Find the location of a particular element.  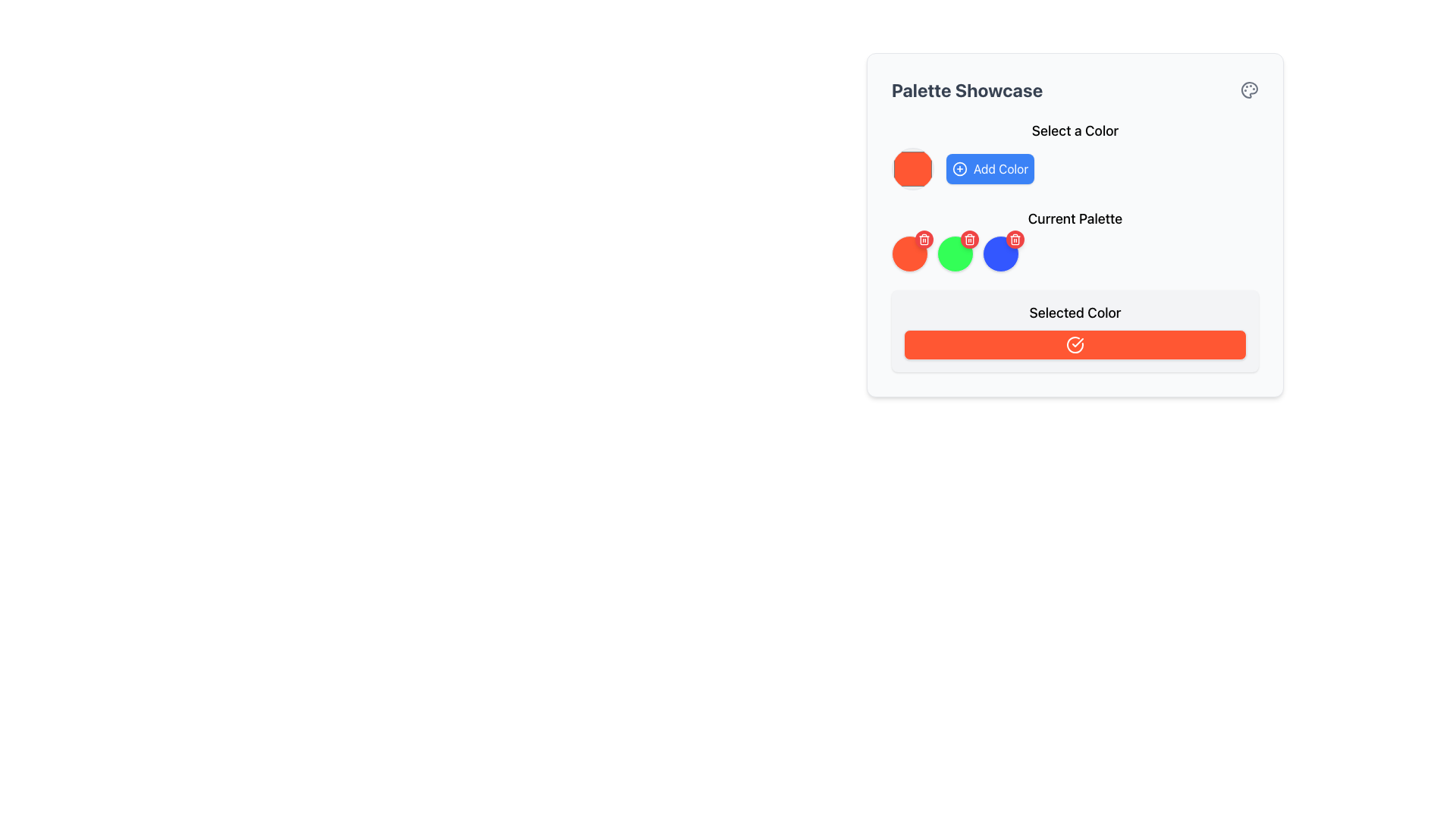

the circular graphical outline within the vector-based icon, which is part of a group of components near the 'Add Color' button in the top right of the interface is located at coordinates (959, 169).